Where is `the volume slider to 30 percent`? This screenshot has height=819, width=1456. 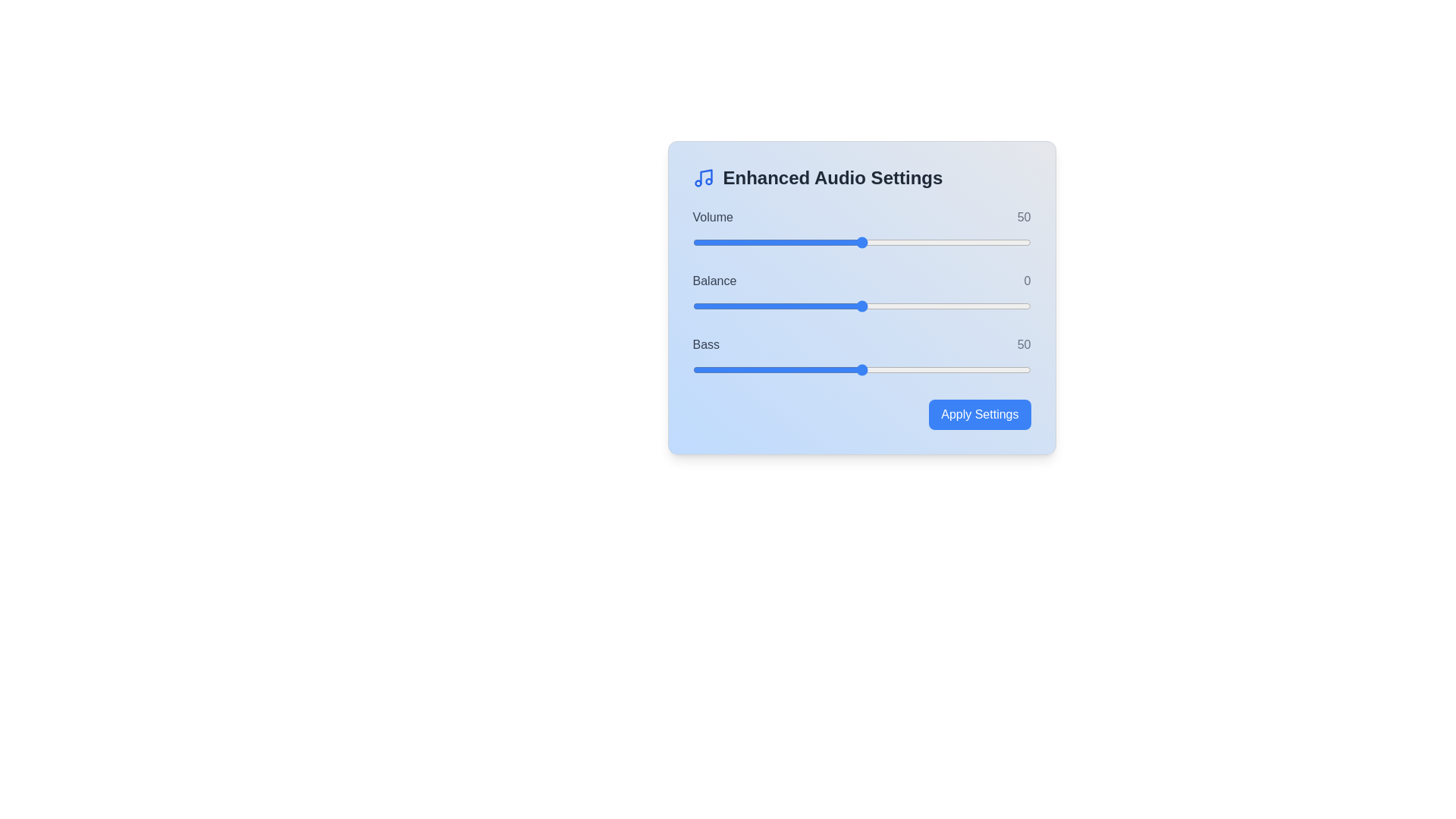
the volume slider to 30 percent is located at coordinates (793, 242).